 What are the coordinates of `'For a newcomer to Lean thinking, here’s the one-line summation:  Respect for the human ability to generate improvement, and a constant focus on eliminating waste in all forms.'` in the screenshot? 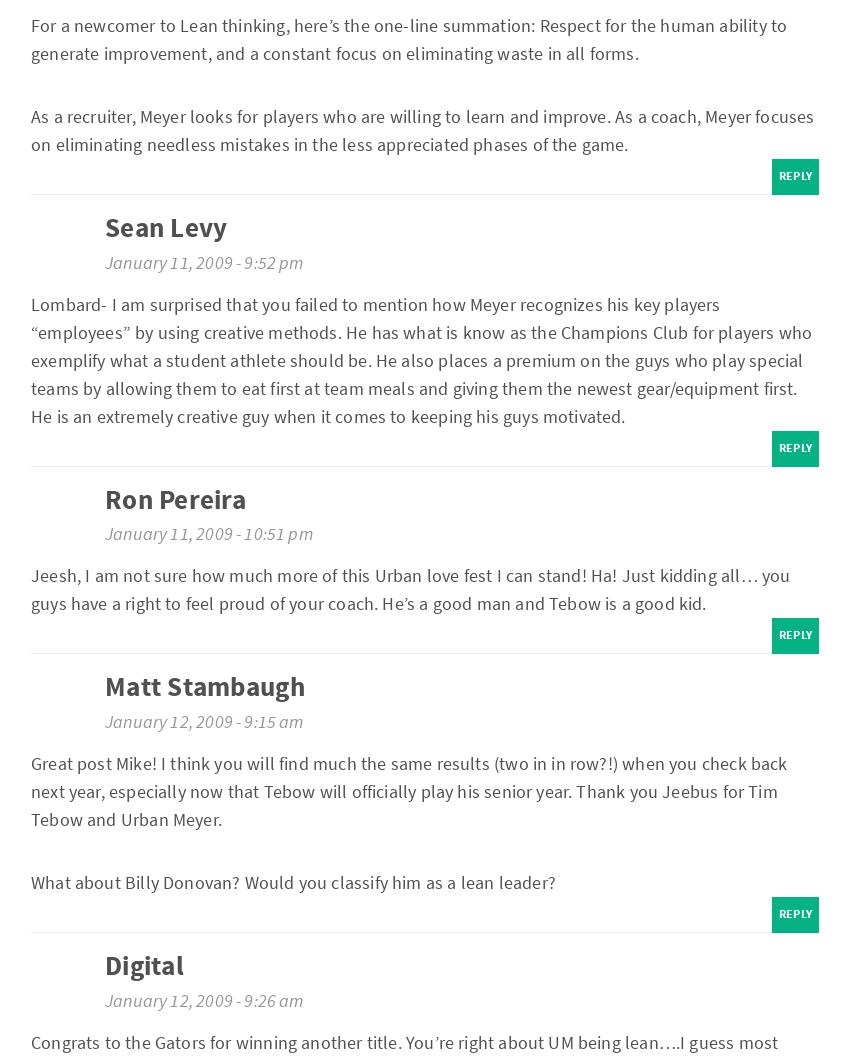 It's located at (409, 38).